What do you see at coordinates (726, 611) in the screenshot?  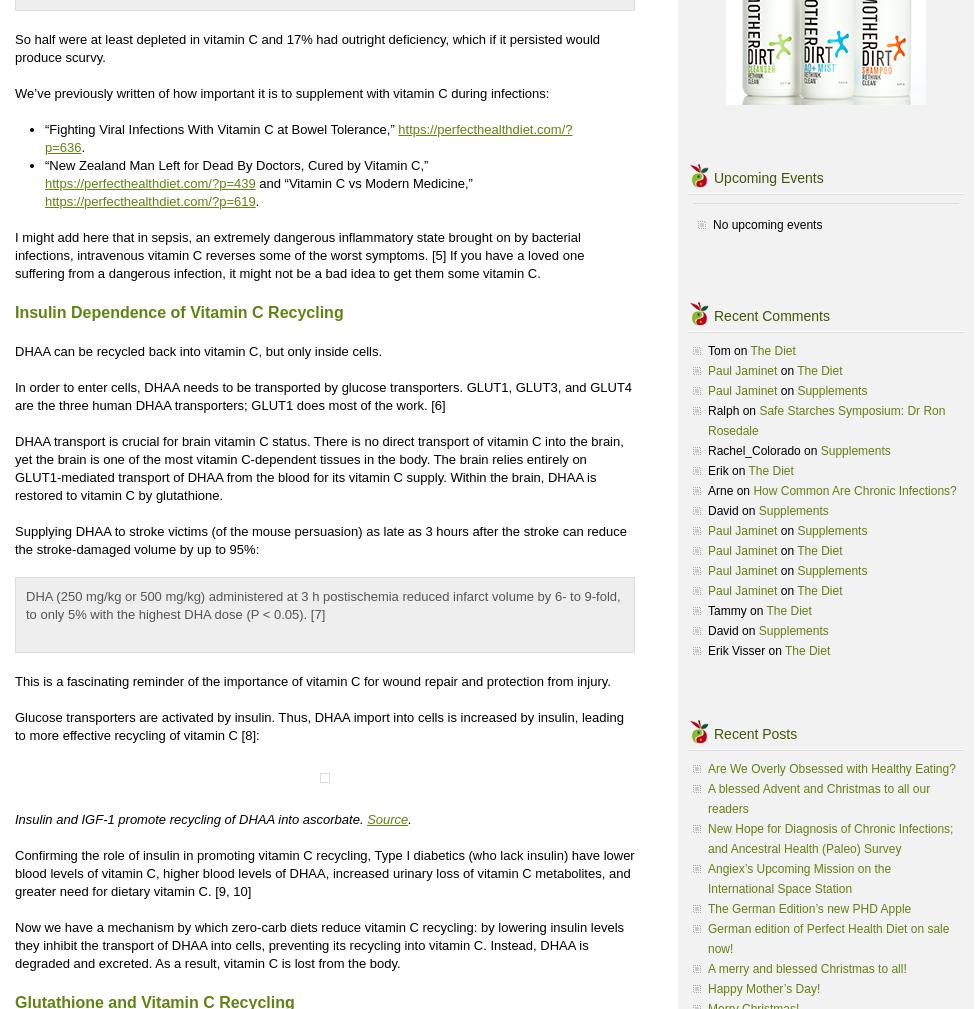 I see `'Tammy'` at bounding box center [726, 611].